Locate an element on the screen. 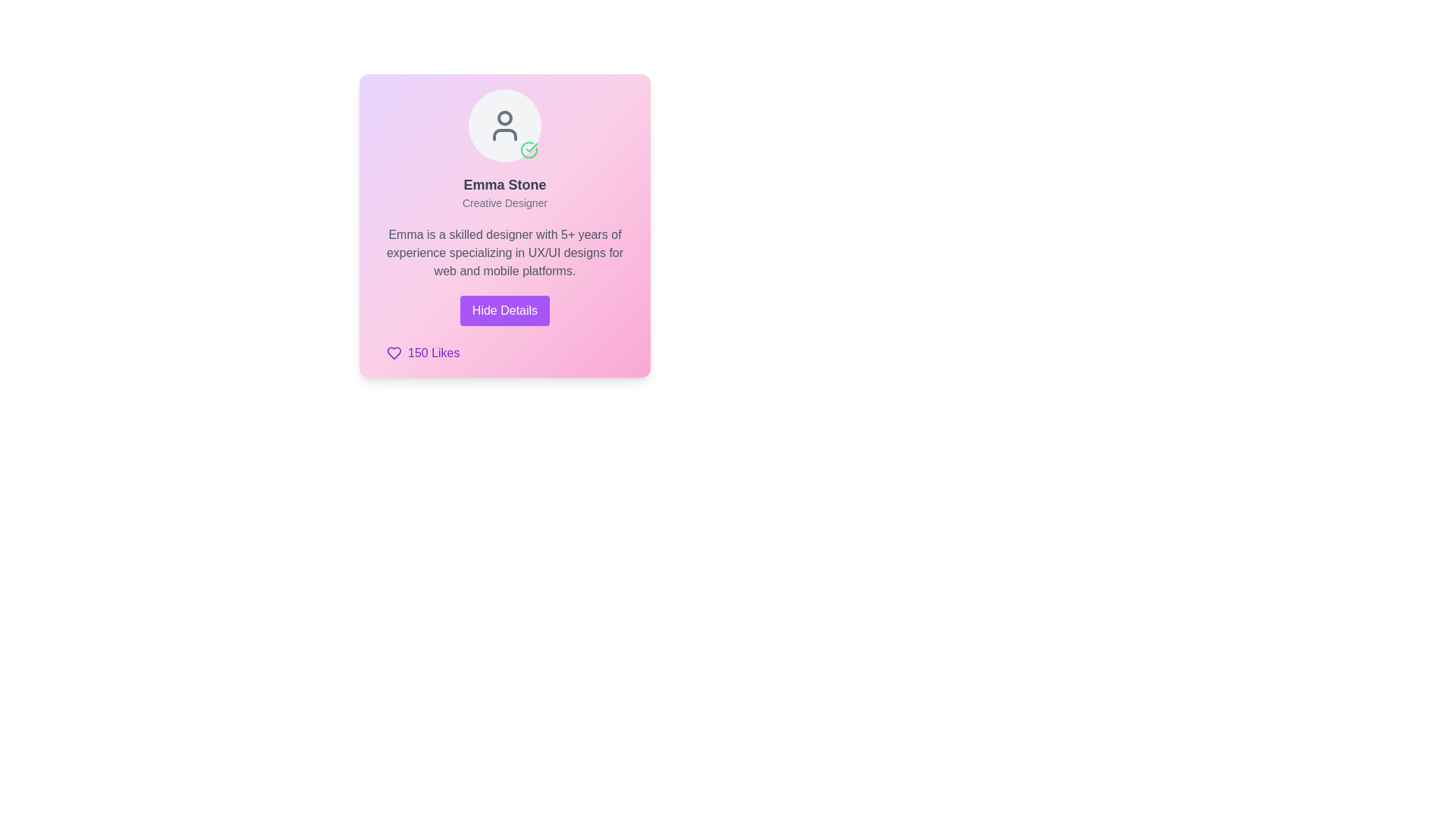 The height and width of the screenshot is (819, 1456). the Vector Icon (Heart Symbol) located at the bottom left of the card, adjacent to the '150 Likes' text is located at coordinates (394, 353).